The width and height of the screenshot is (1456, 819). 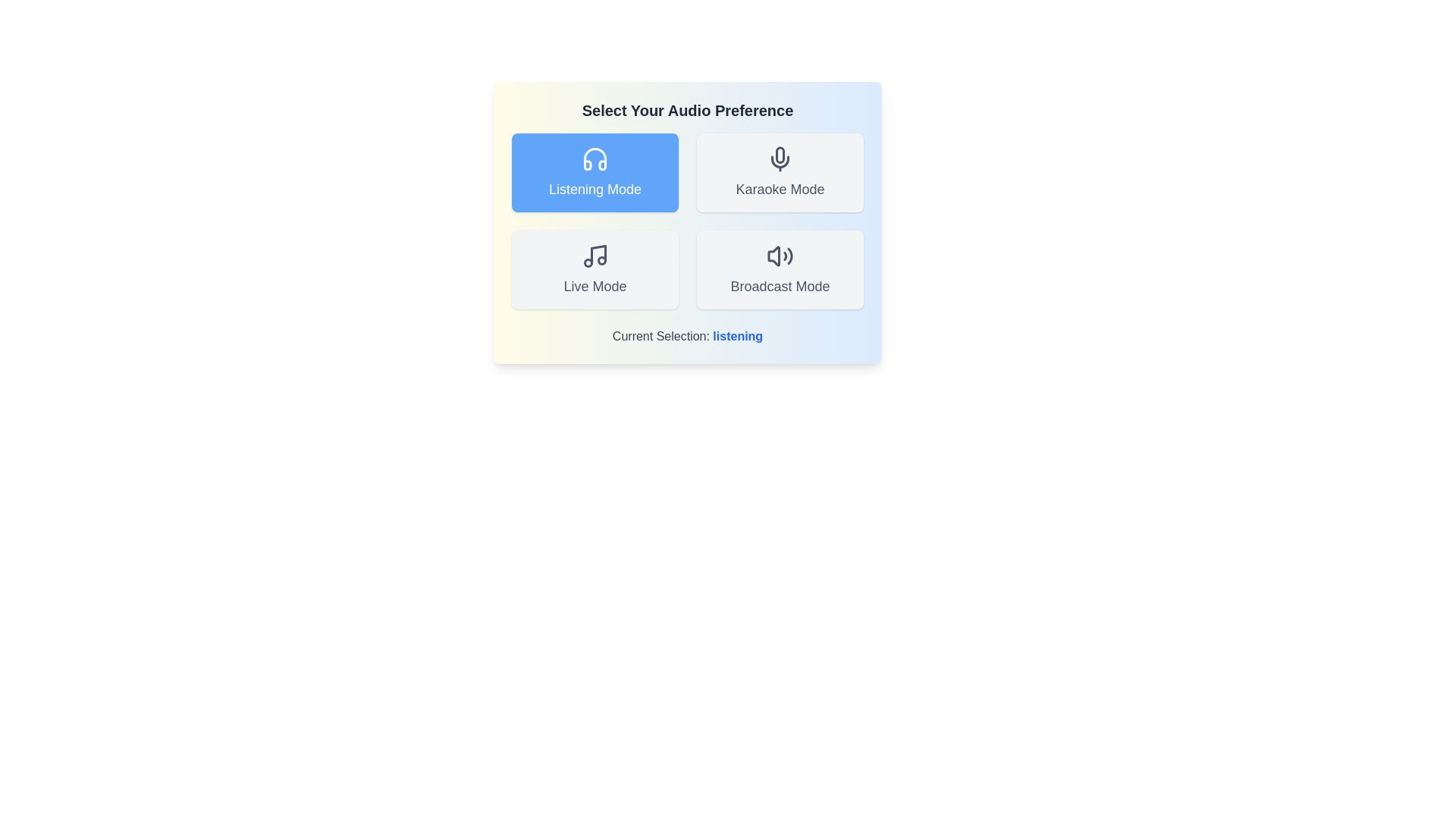 What do you see at coordinates (780, 171) in the screenshot?
I see `the mode button for Karaoke Mode` at bounding box center [780, 171].